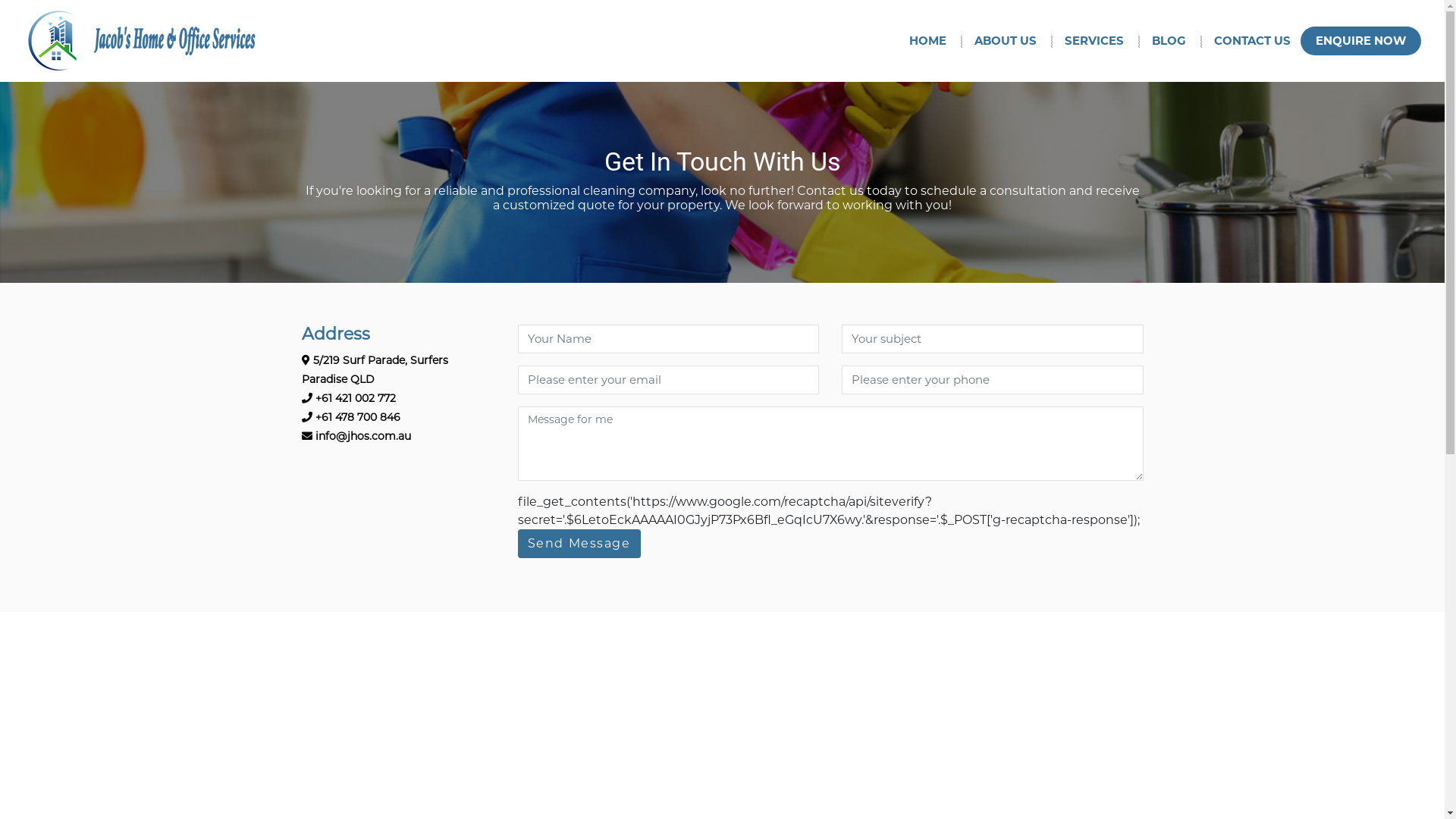 The image size is (1456, 819). Describe the element at coordinates (356, 435) in the screenshot. I see `'info@jhos.com.au'` at that location.